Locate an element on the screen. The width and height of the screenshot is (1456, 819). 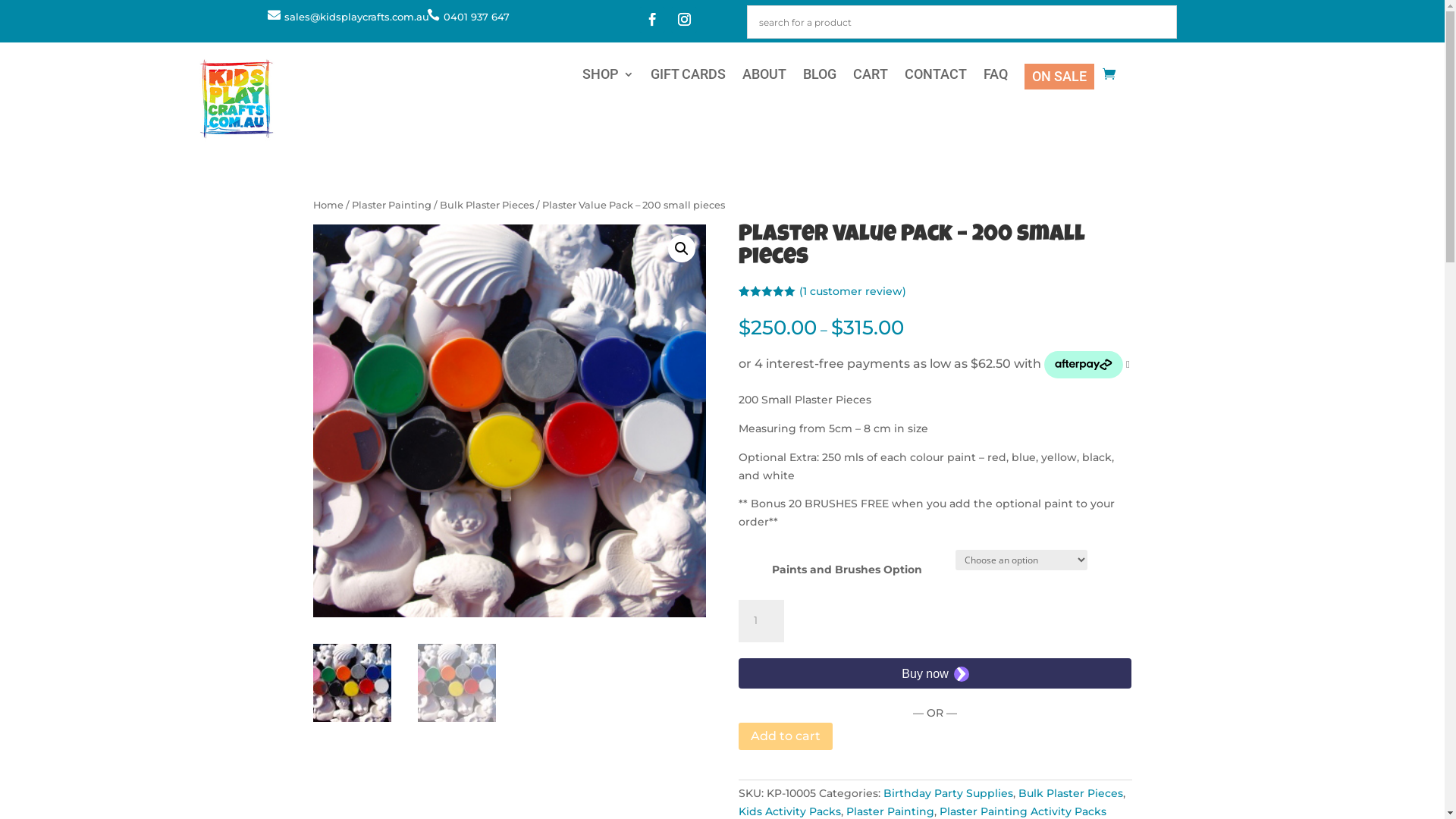
'Secure payment button frame' is located at coordinates (934, 672).